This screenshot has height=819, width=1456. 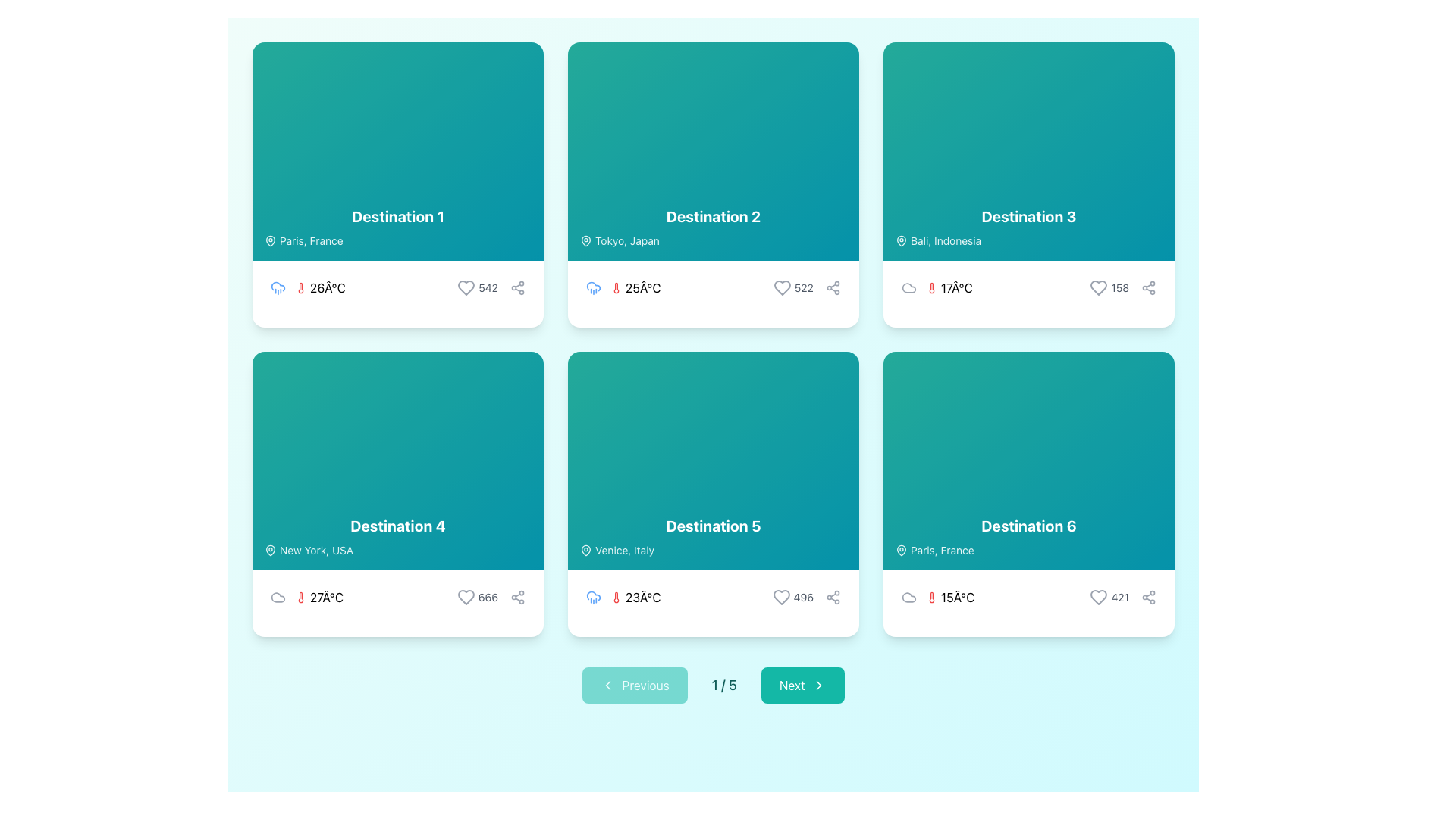 I want to click on the numeric value '421' displayed in a small, light gray font, located in the lower right corner of the sixth content card, between a heart icon and a sharing icon, so click(x=1123, y=596).